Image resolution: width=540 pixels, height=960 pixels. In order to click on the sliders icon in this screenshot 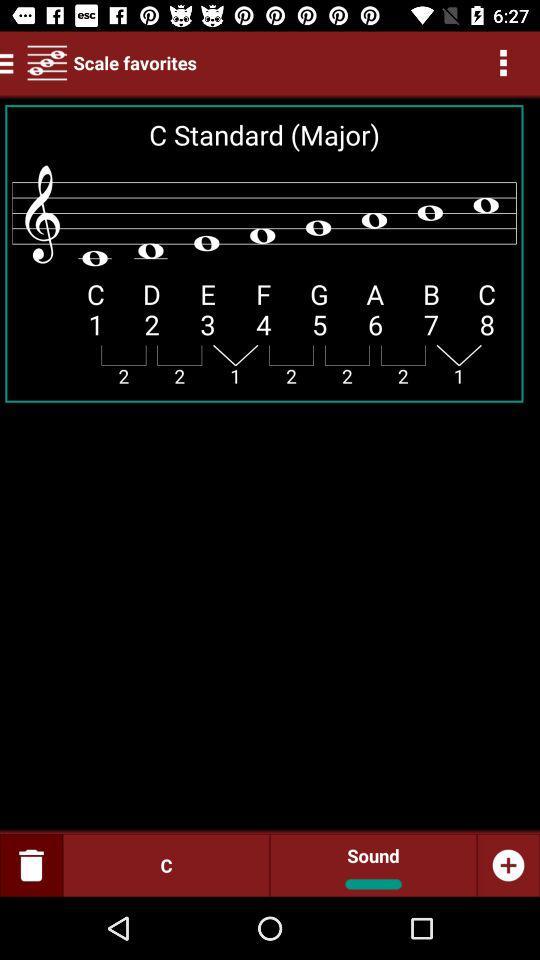, I will do `click(47, 62)`.